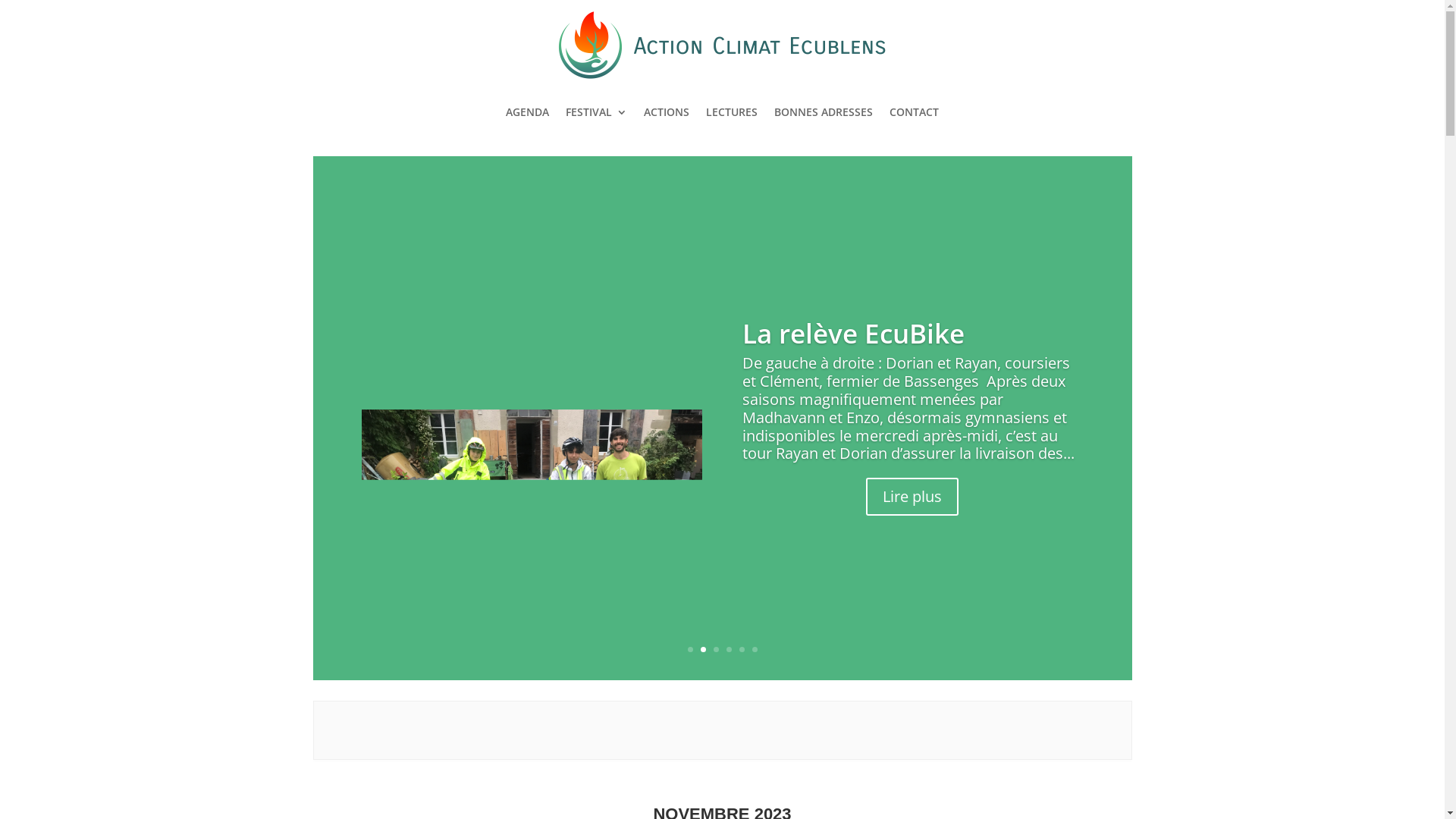  Describe the element at coordinates (702, 648) in the screenshot. I see `'2'` at that location.